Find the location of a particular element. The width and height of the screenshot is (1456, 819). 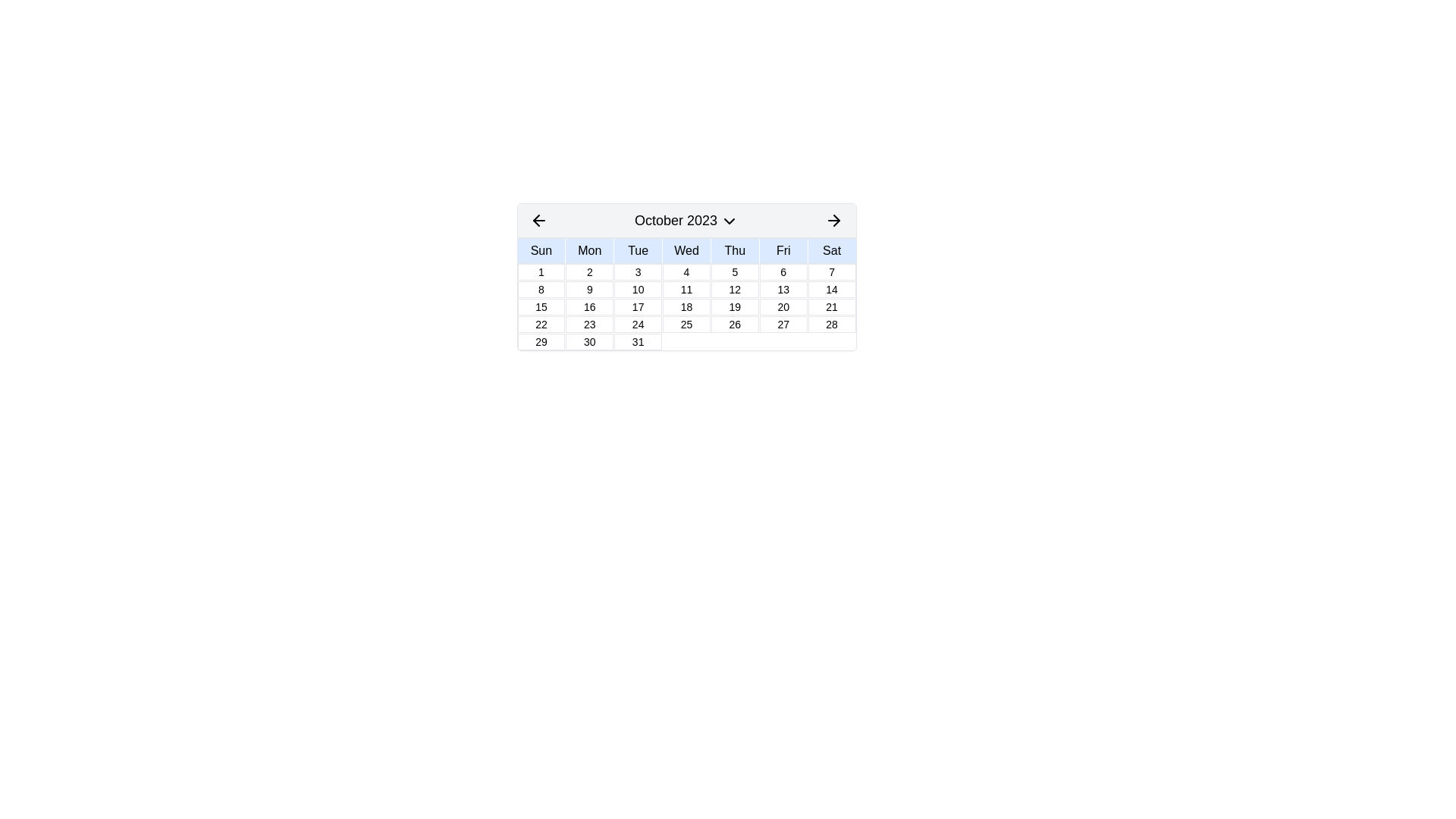

the calendar date cell representing the 24th of October 2023, located in the fourth row and third column under the 'Tue' header is located at coordinates (638, 324).